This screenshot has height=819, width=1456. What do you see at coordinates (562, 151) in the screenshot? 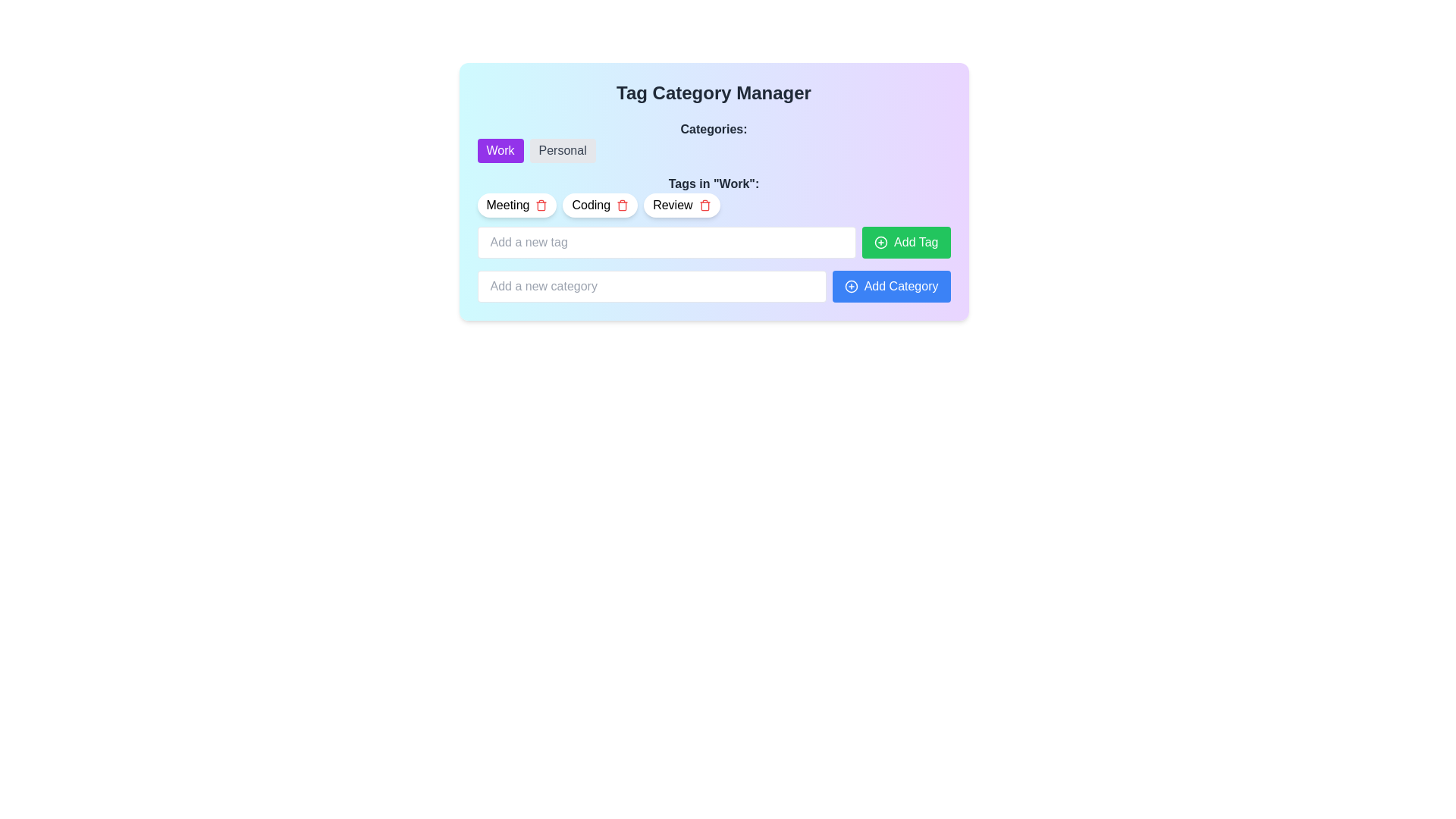
I see `the 'Personal' category button located to the right of the 'Work' button in the category selection row` at bounding box center [562, 151].